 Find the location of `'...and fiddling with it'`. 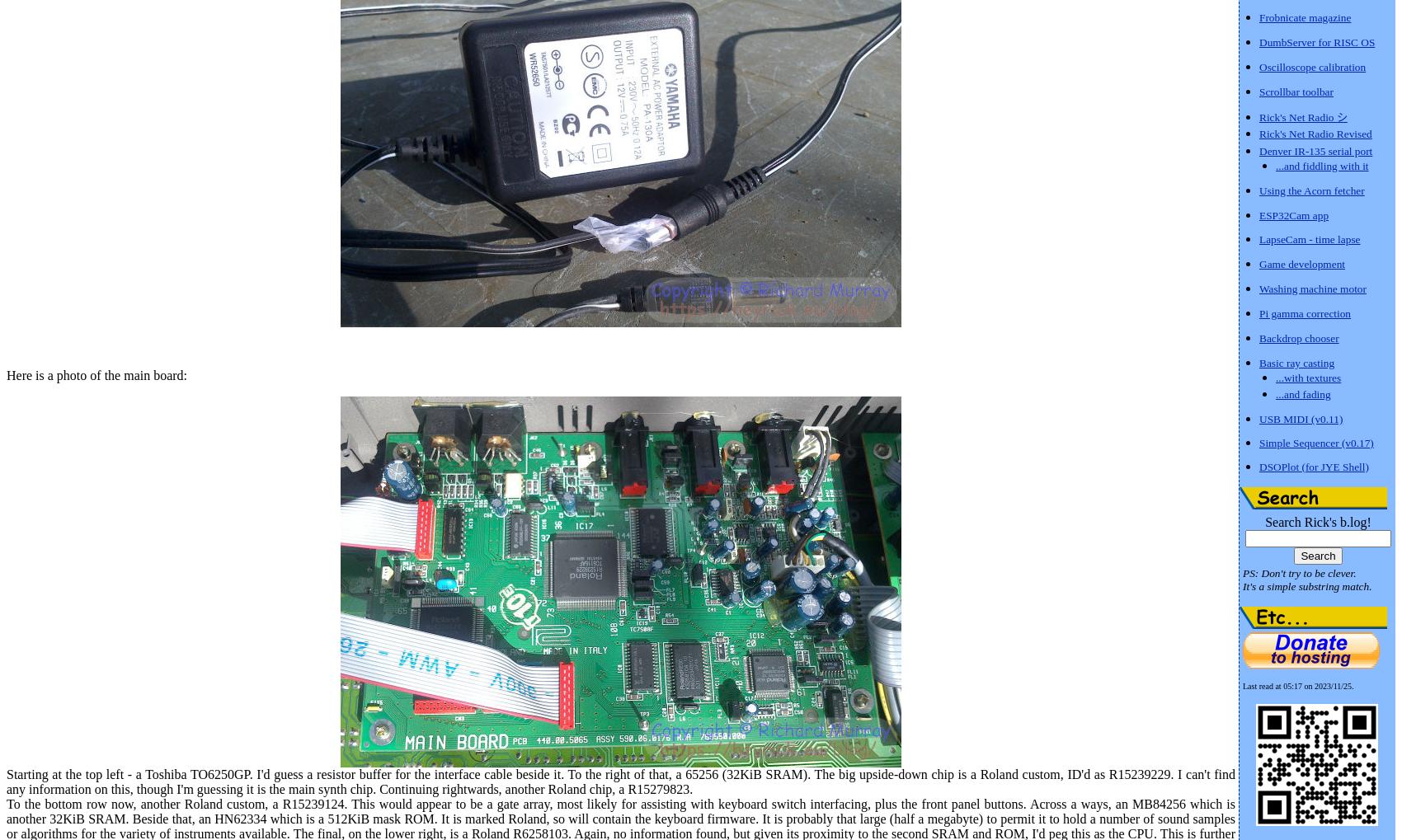

'...and fiddling with it' is located at coordinates (1320, 164).